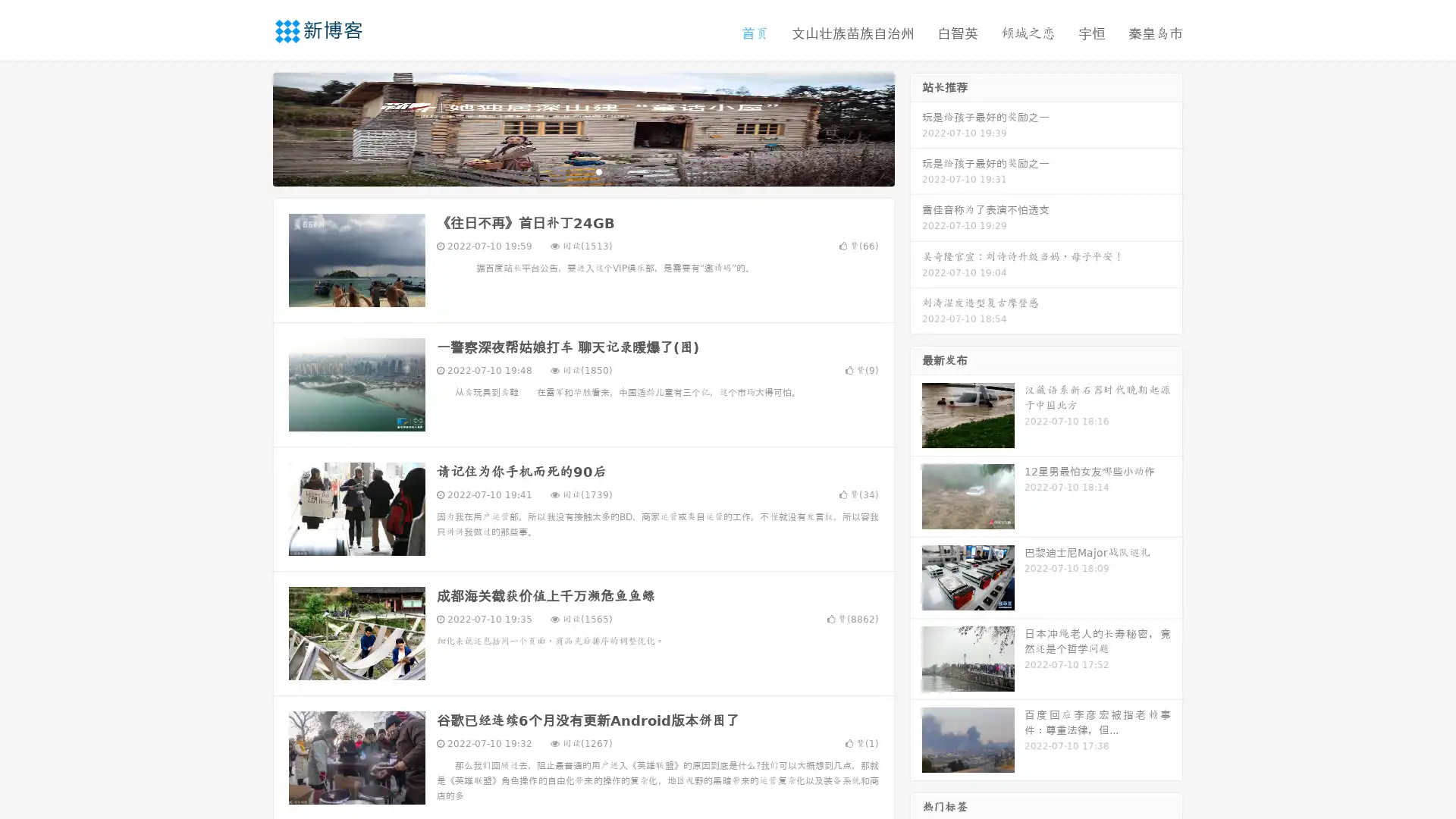  I want to click on Go to slide 2, so click(582, 171).